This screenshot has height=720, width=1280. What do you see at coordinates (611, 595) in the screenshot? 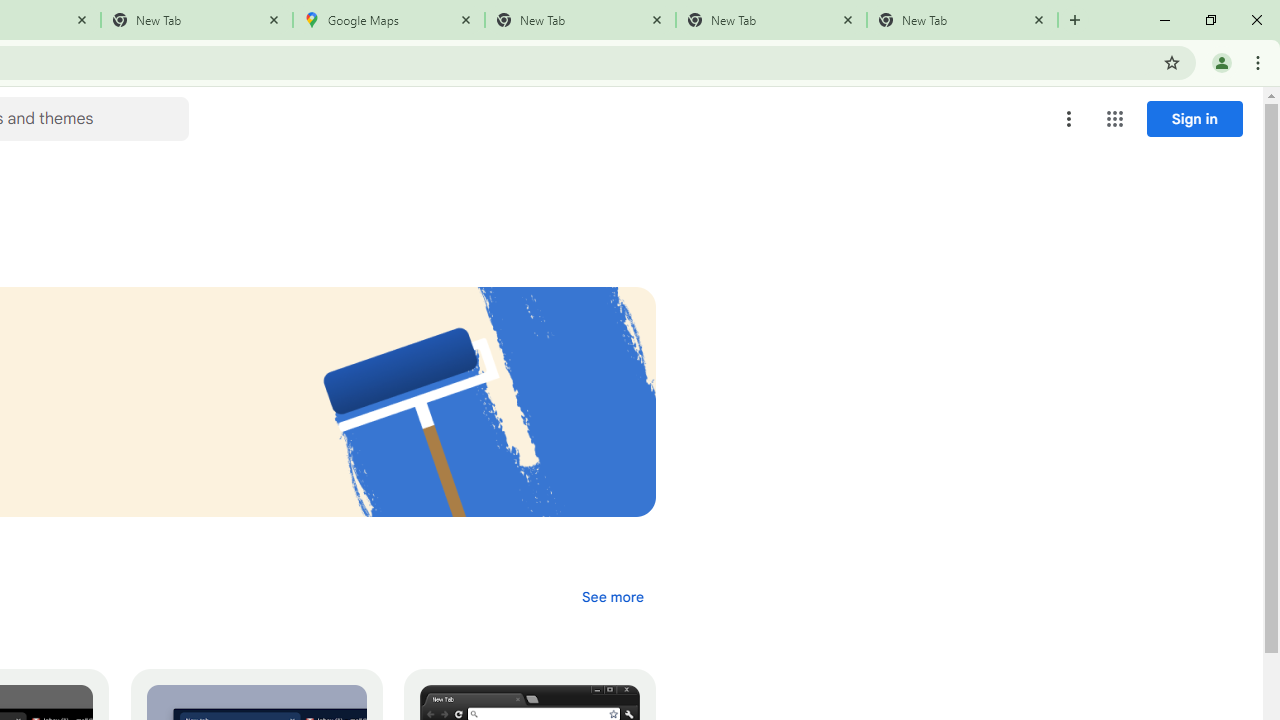
I see `'See more of the "Dark & black themes" collection'` at bounding box center [611, 595].